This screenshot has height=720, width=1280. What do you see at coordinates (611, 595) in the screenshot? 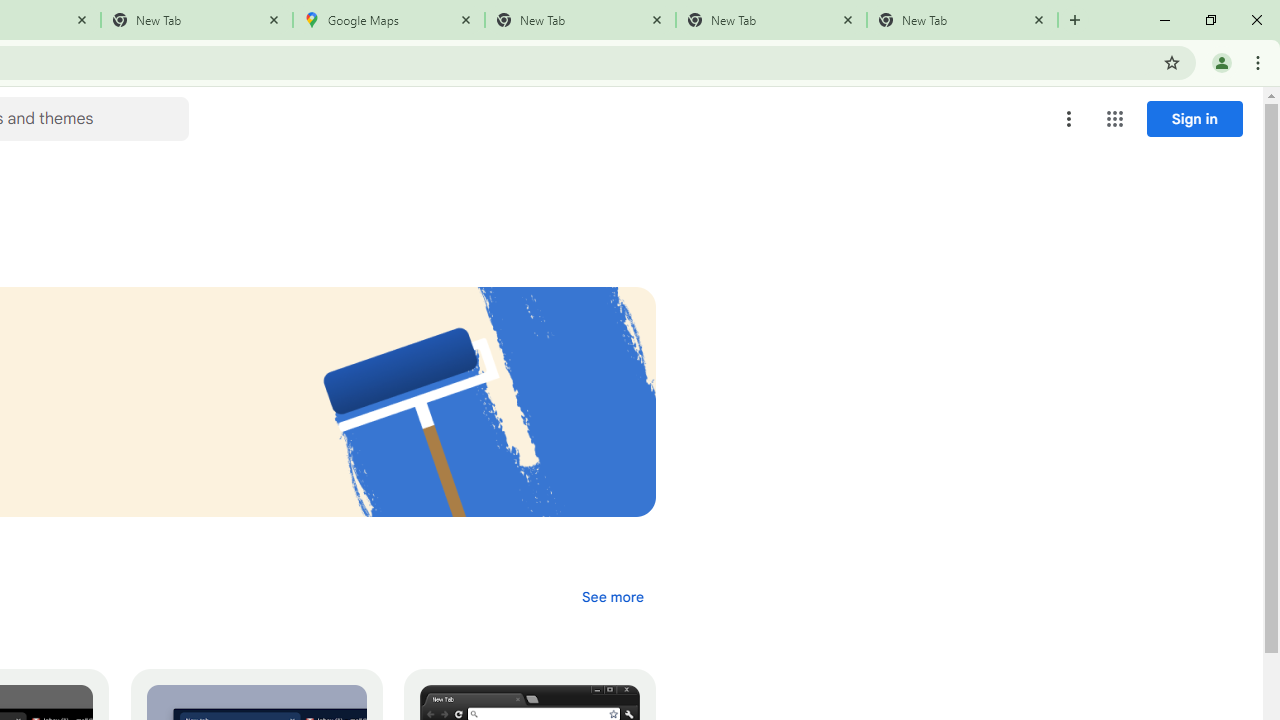
I see `'See more of the "Dark & black themes" collection'` at bounding box center [611, 595].